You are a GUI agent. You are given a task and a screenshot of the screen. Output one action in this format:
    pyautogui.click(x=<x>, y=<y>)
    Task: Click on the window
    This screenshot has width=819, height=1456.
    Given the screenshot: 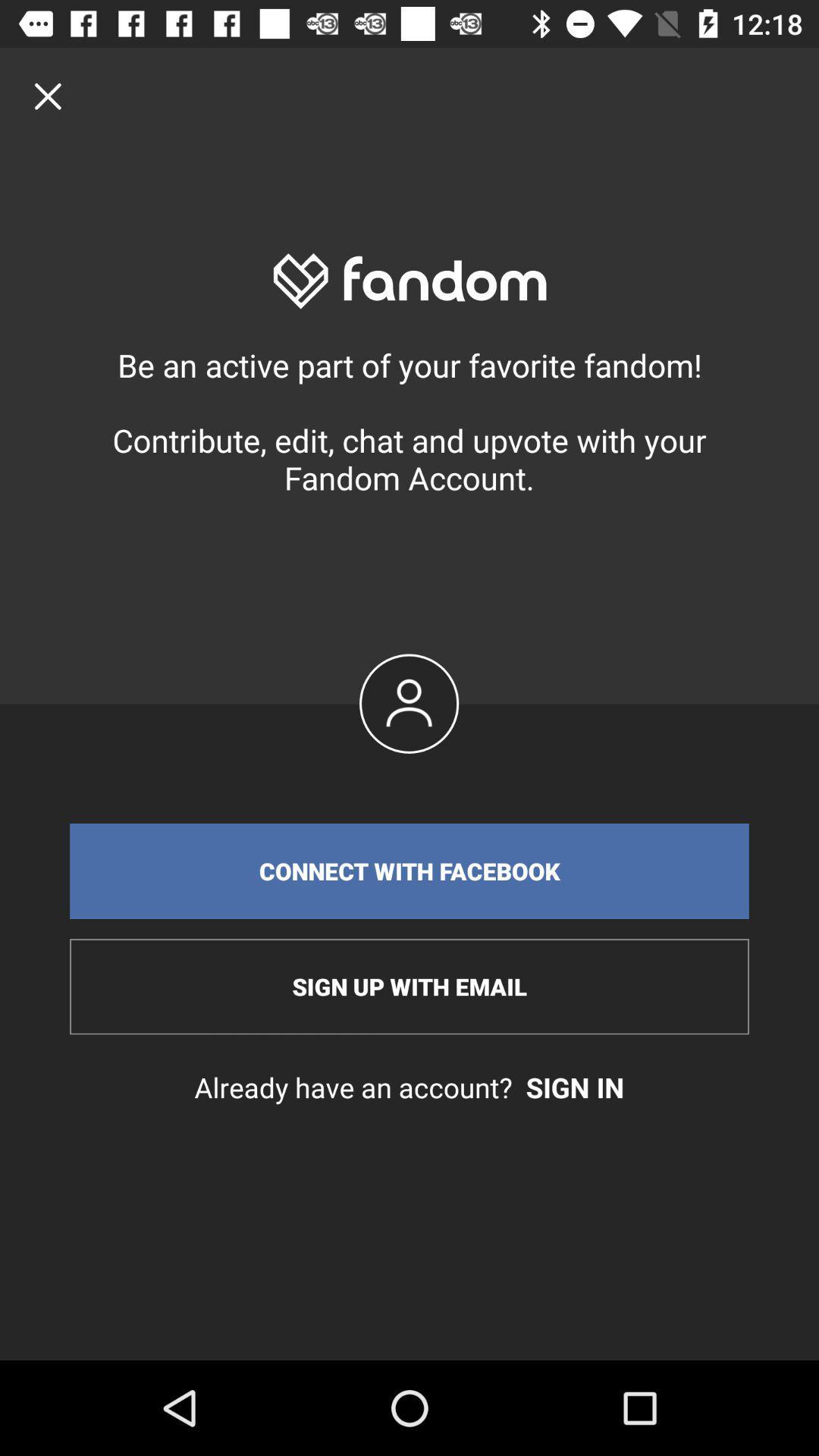 What is the action you would take?
    pyautogui.click(x=47, y=95)
    